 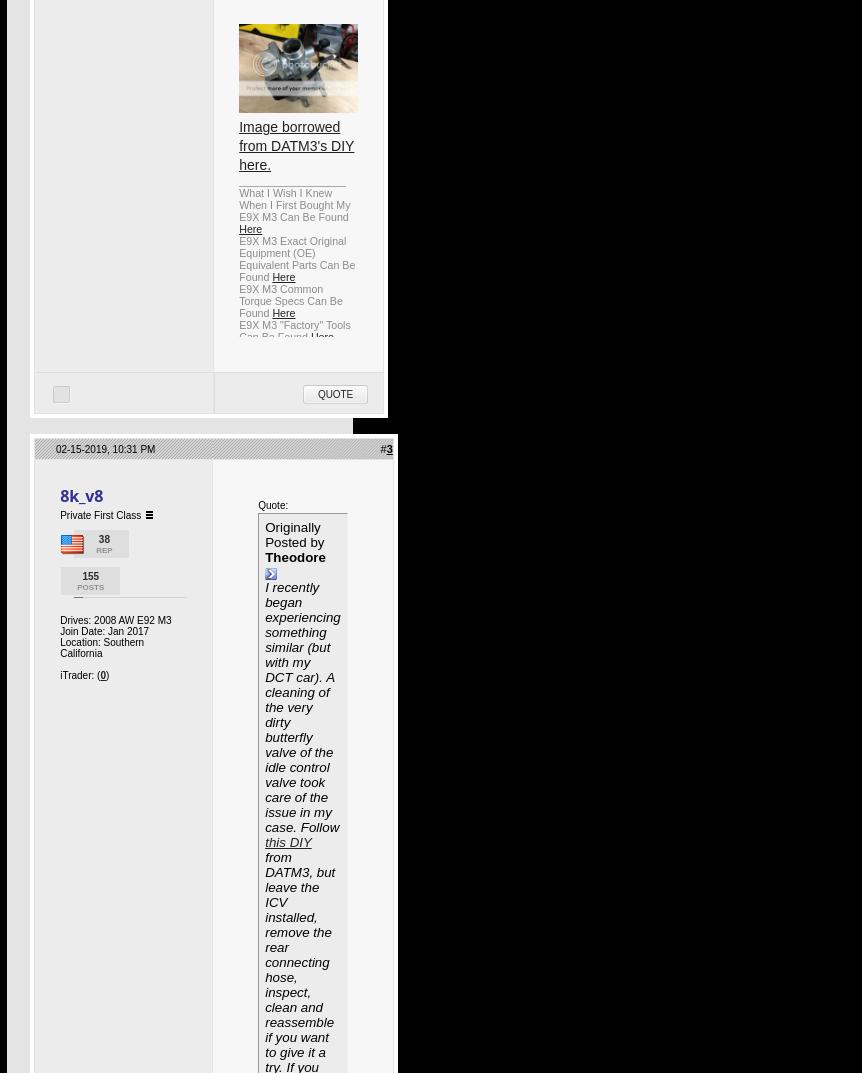 I want to click on 'iTrader: (', so click(x=78, y=675).